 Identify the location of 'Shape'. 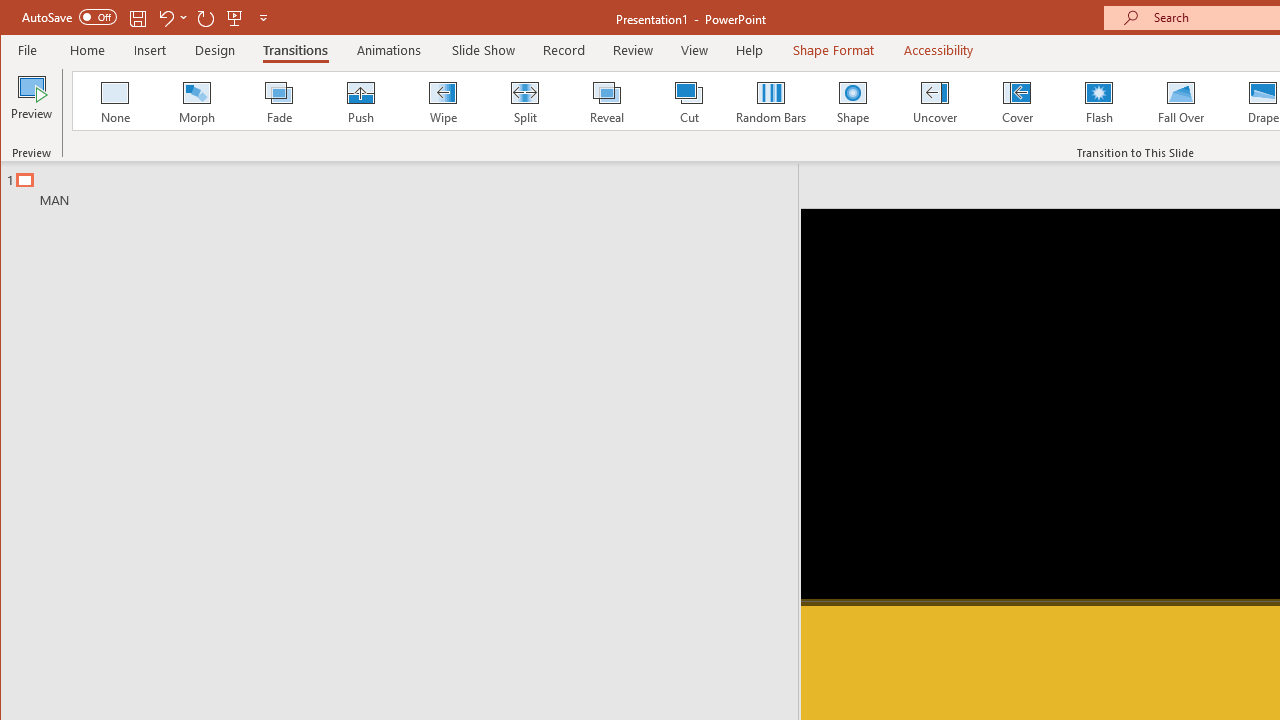
(852, 100).